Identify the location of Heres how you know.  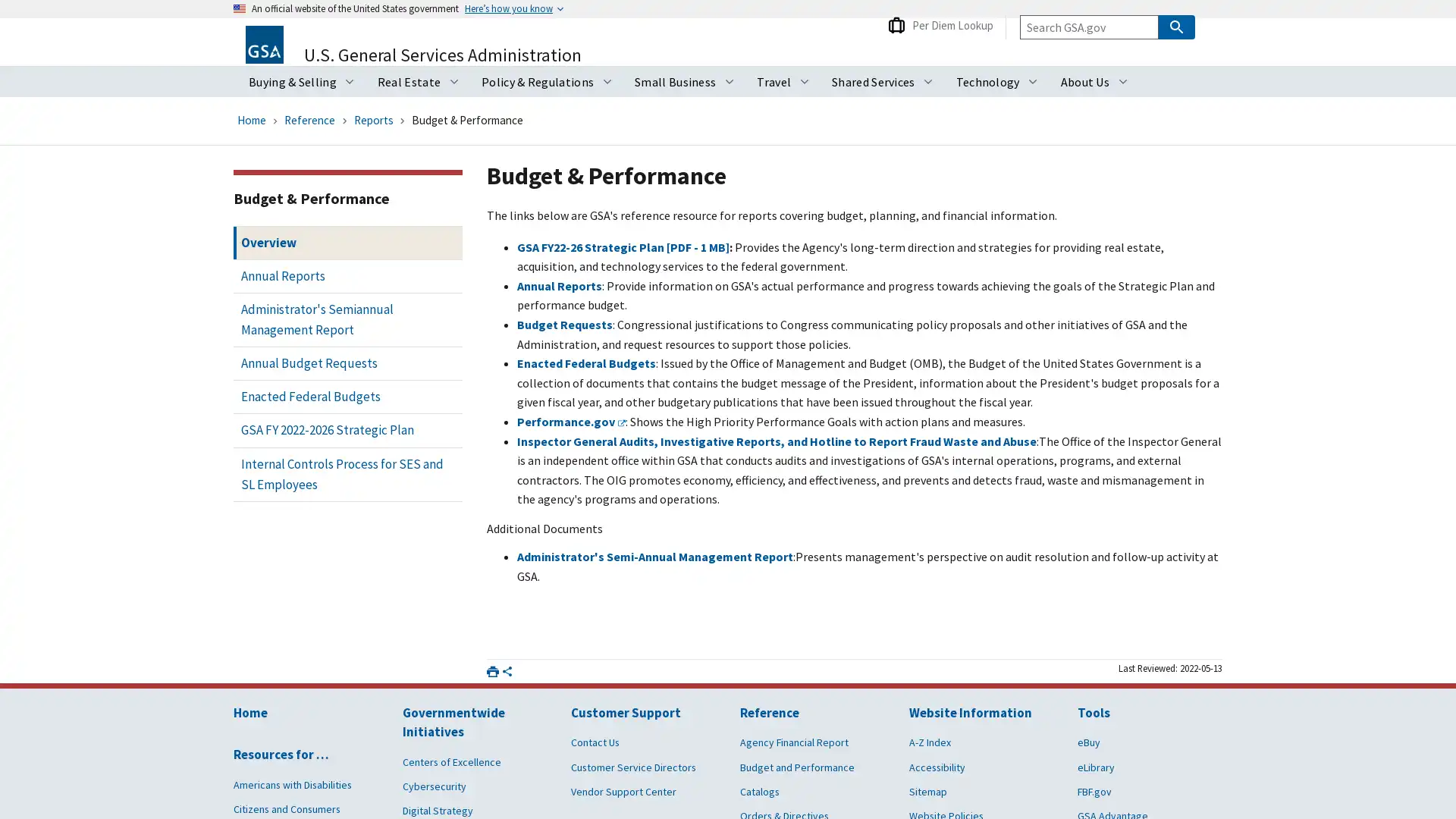
(509, 8).